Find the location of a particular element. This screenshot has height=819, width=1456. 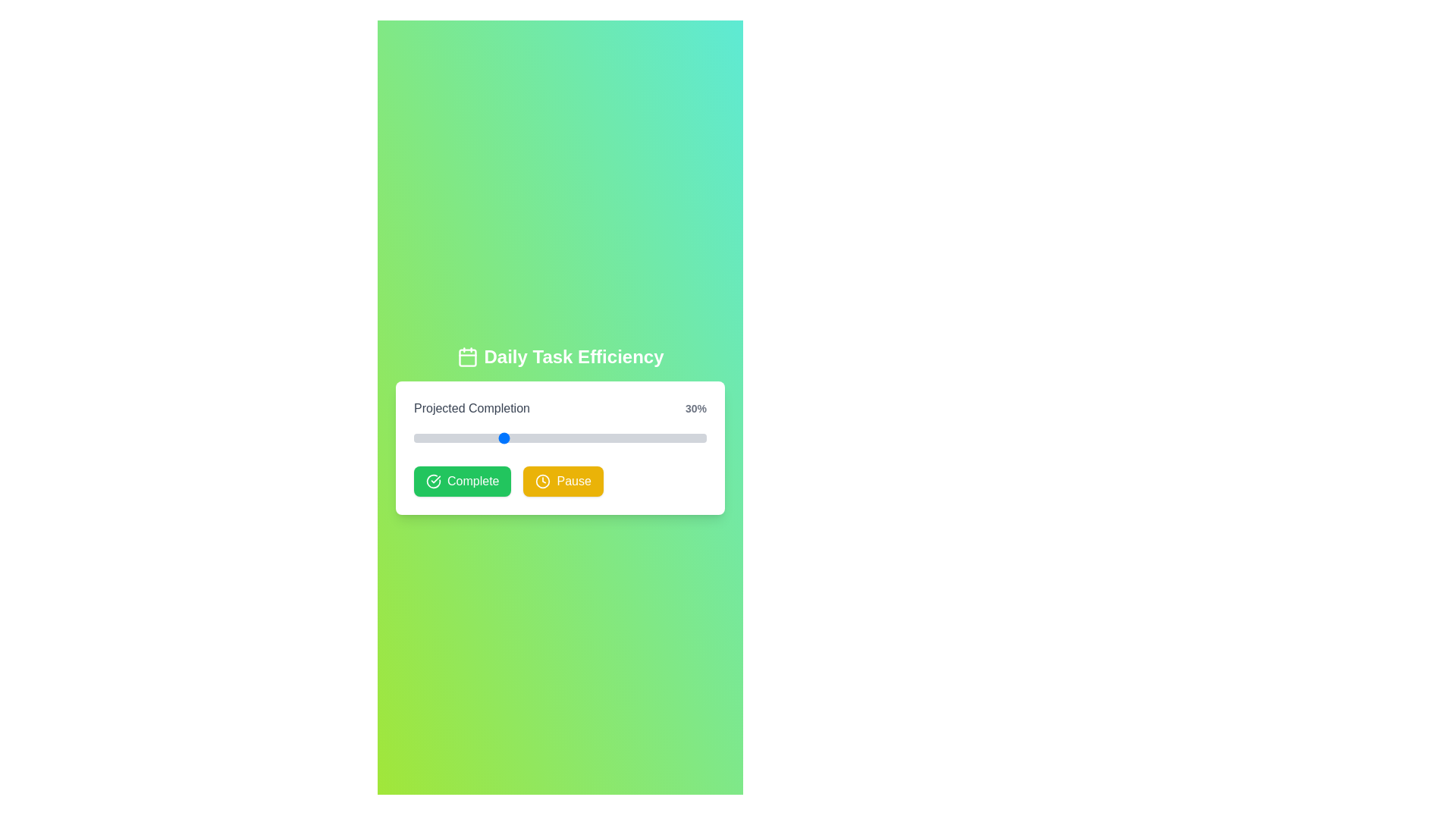

the slider to set the progress to 68% is located at coordinates (613, 438).